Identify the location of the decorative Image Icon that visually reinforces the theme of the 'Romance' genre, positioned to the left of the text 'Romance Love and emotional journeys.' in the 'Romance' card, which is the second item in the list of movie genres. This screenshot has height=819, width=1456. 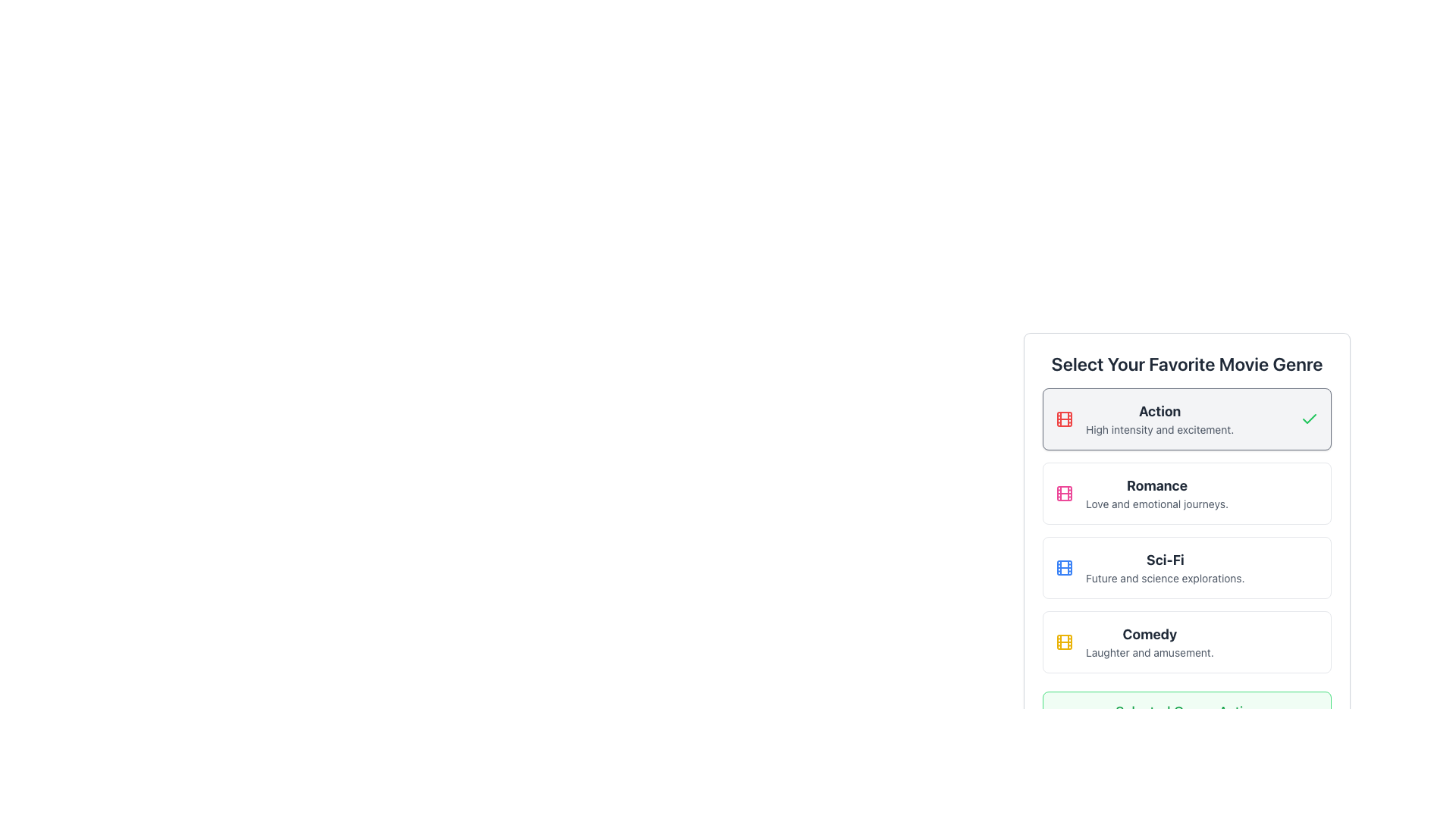
(1063, 494).